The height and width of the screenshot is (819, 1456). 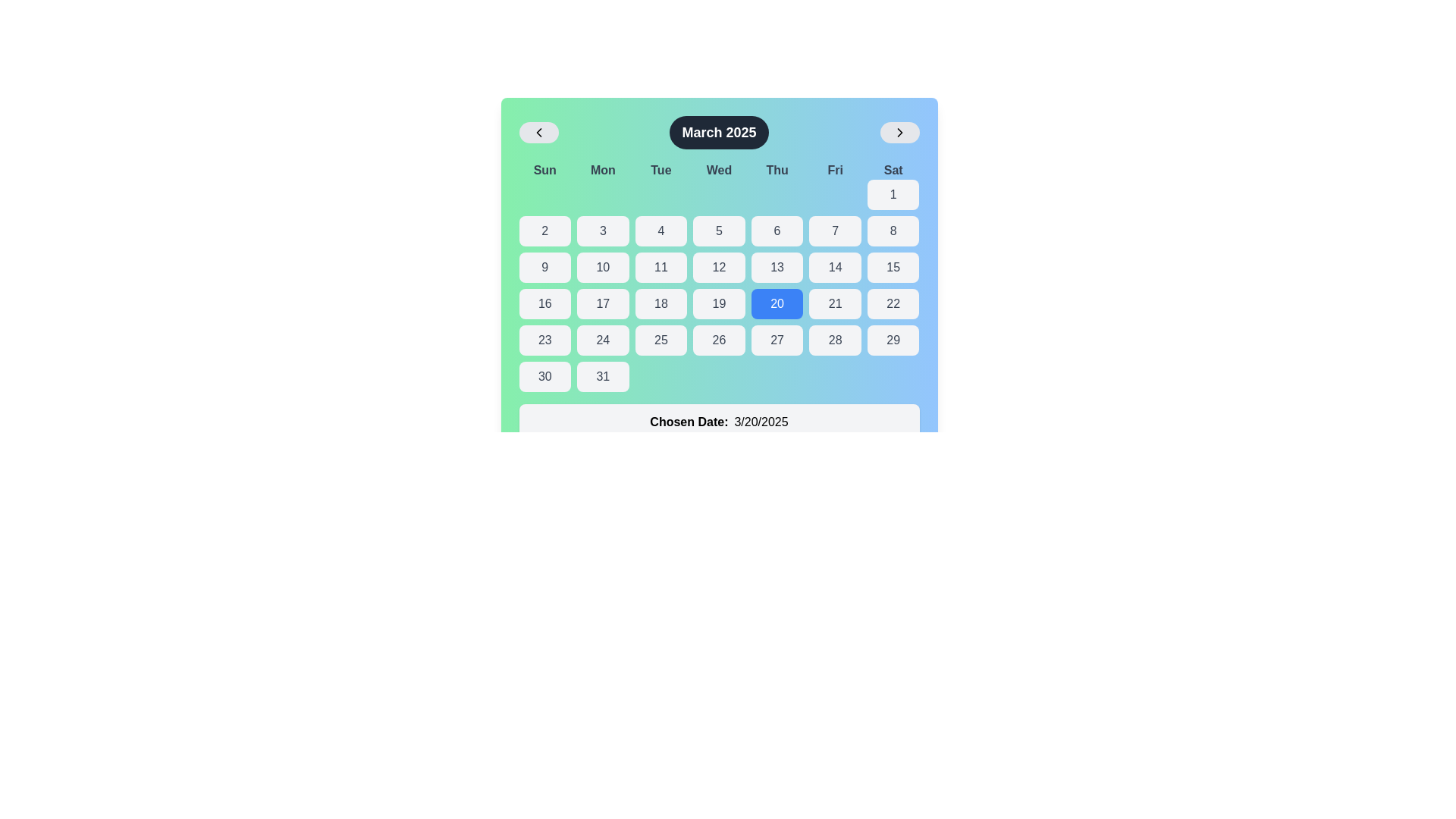 I want to click on the rectangular button with rounded corners that displays the number '10' in dark gray text, located, so click(x=602, y=267).